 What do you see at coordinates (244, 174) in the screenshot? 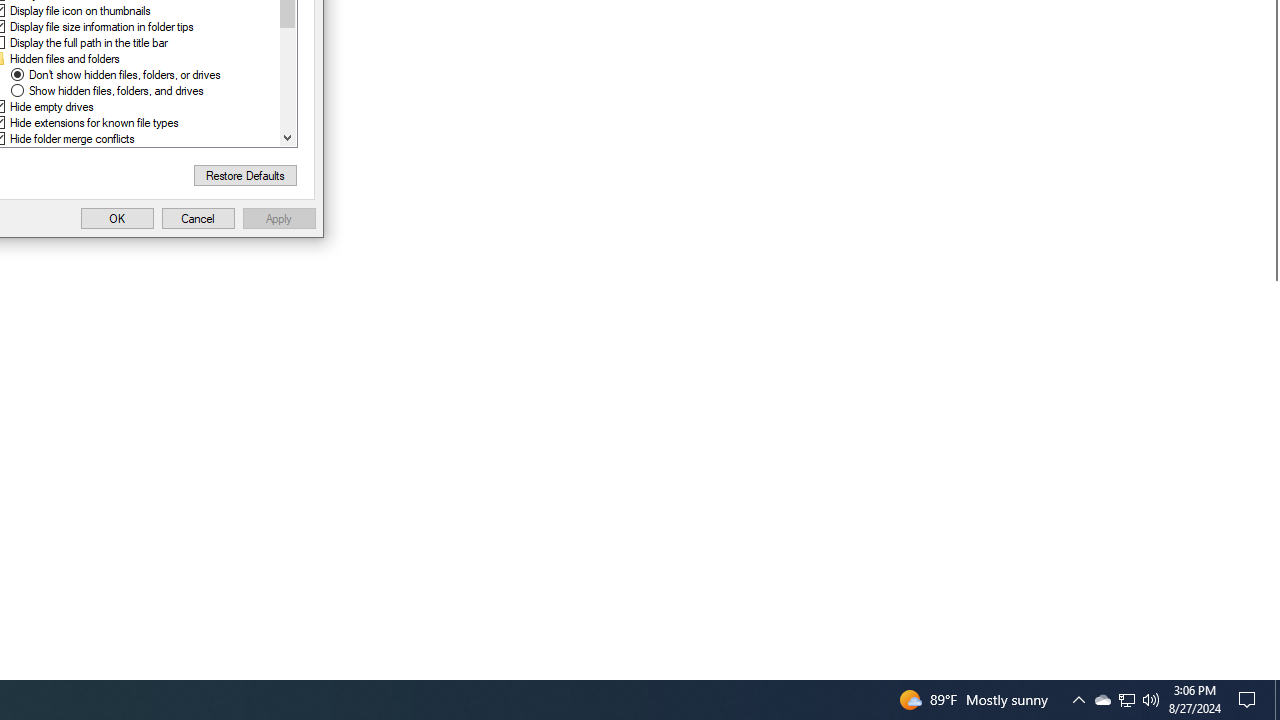
I see `'Restore Defaults'` at bounding box center [244, 174].